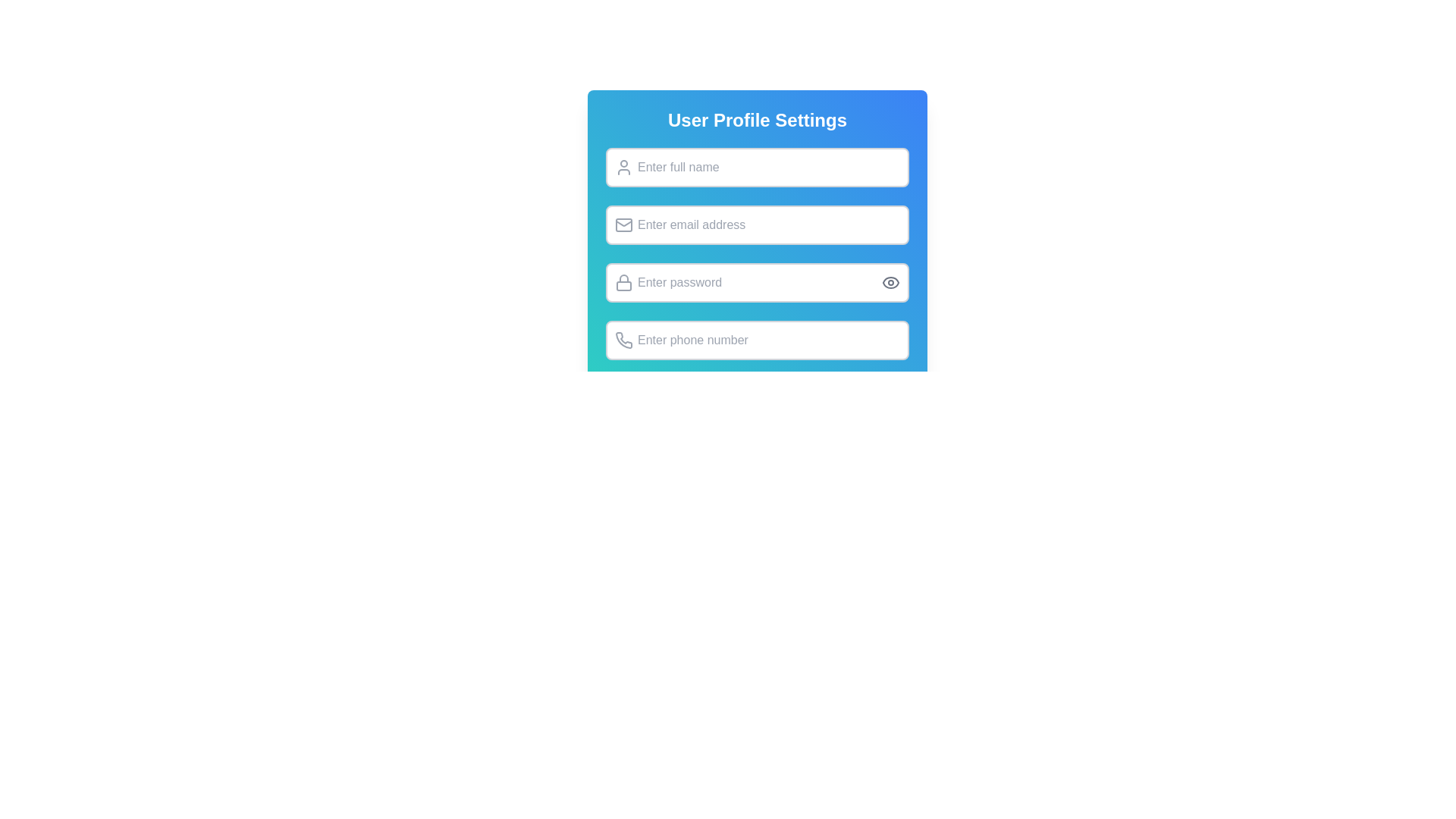 The height and width of the screenshot is (819, 1456). What do you see at coordinates (623, 167) in the screenshot?
I see `the icon located at the top-left corner of the 'Enter full name' input field, which indicates that the field requires the user's name` at bounding box center [623, 167].